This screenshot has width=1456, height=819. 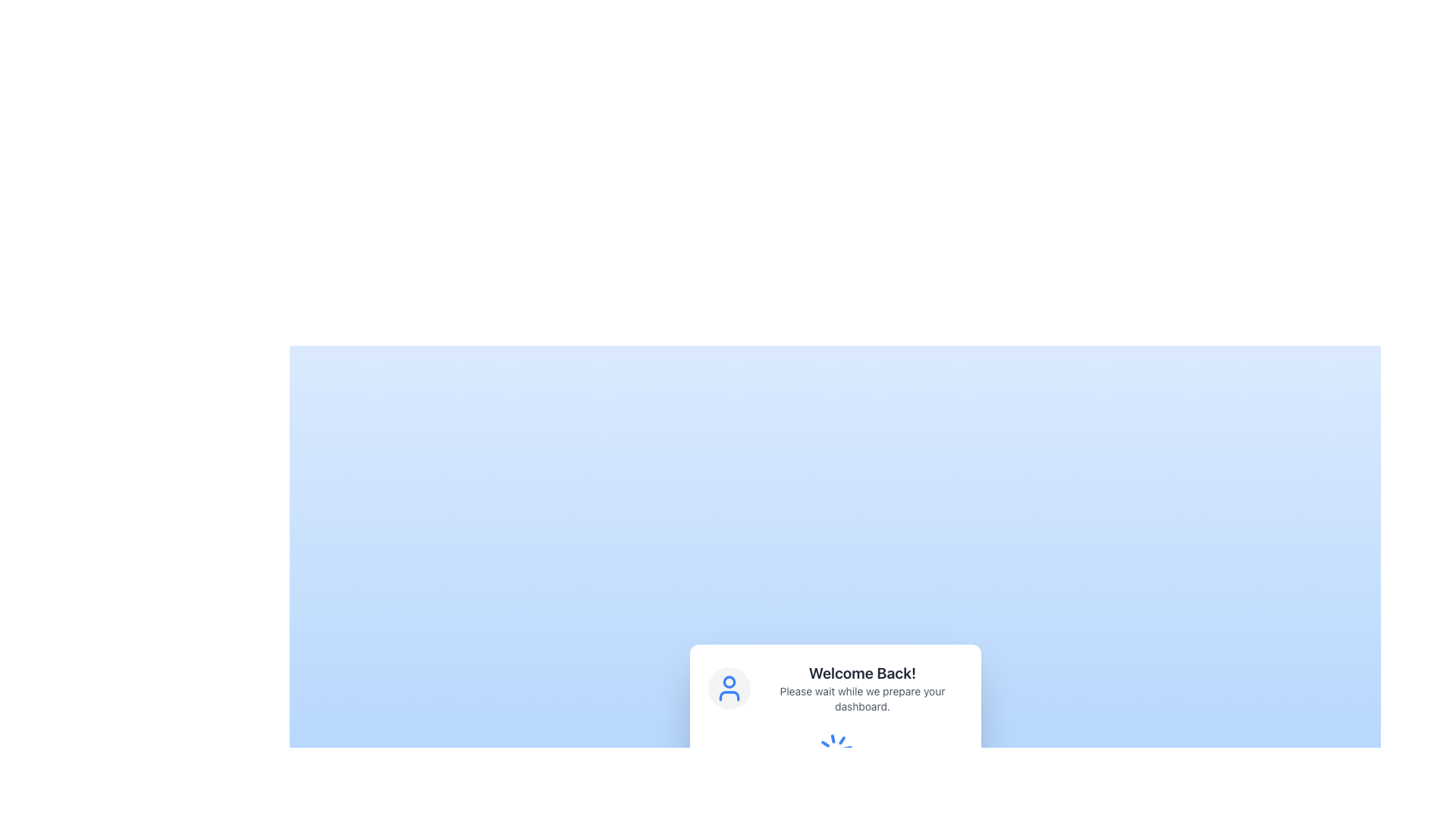 I want to click on bold message 'Welcome Back!' displayed at the top of the message card located near the bottom center of the page, so click(x=862, y=672).